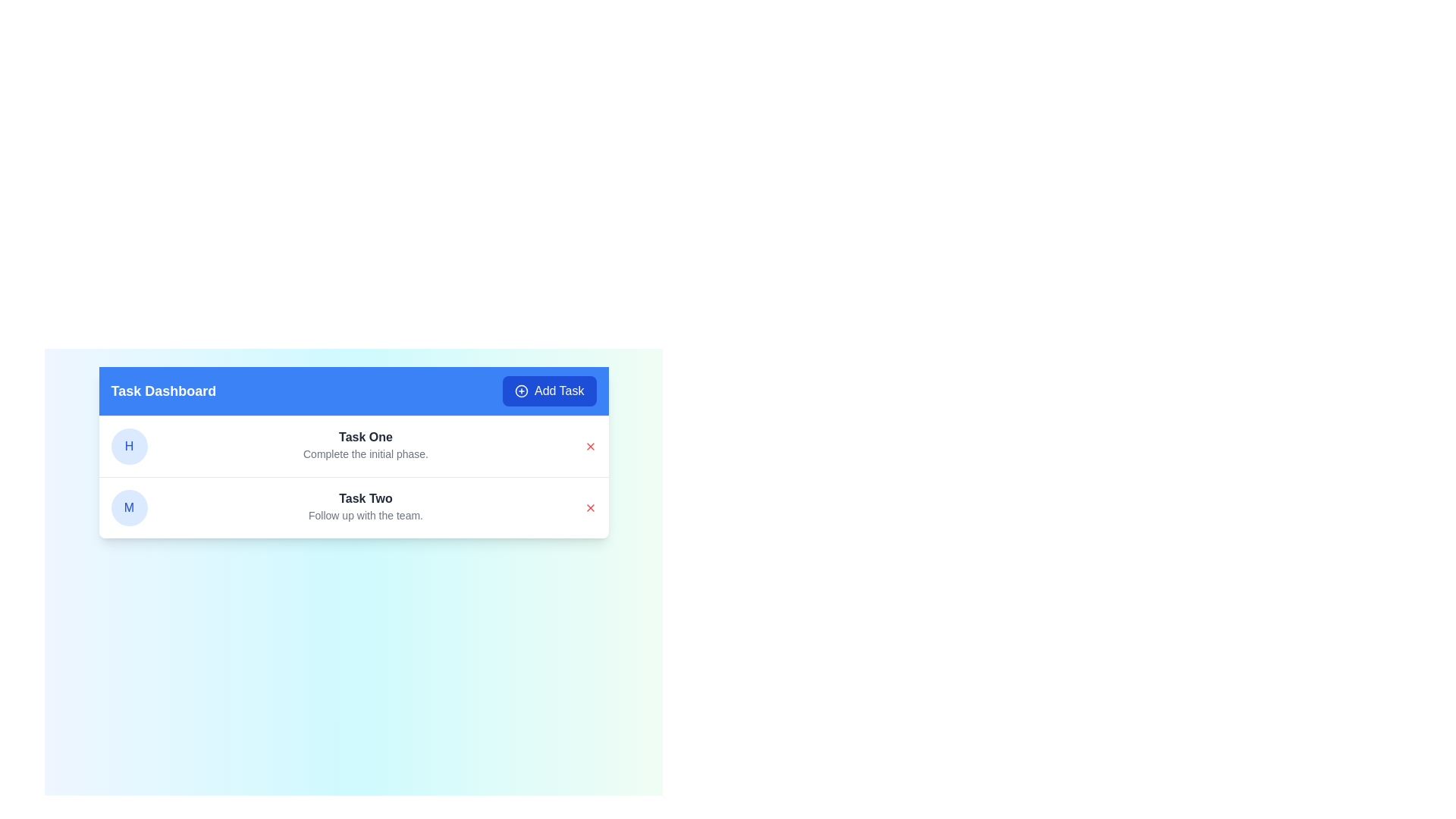 This screenshot has height=819, width=1456. Describe the element at coordinates (589, 508) in the screenshot. I see `the delete button located on the rightmost side of the second task row, which is associated with the task labeled 'Task Two'` at that location.